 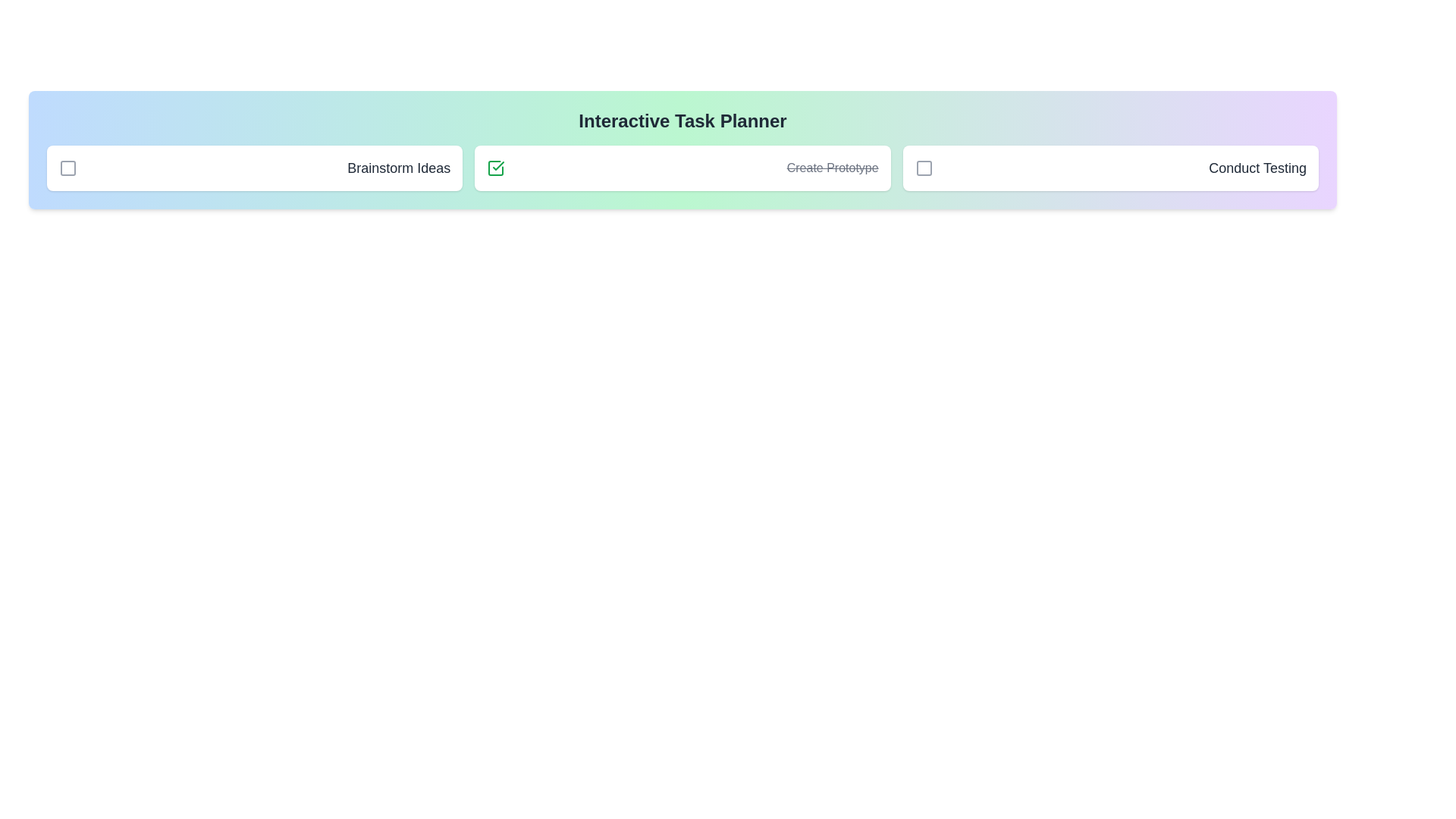 What do you see at coordinates (67, 168) in the screenshot?
I see `the checkbox corresponding to the task Brainstorm Ideas to toggle its completion state` at bounding box center [67, 168].